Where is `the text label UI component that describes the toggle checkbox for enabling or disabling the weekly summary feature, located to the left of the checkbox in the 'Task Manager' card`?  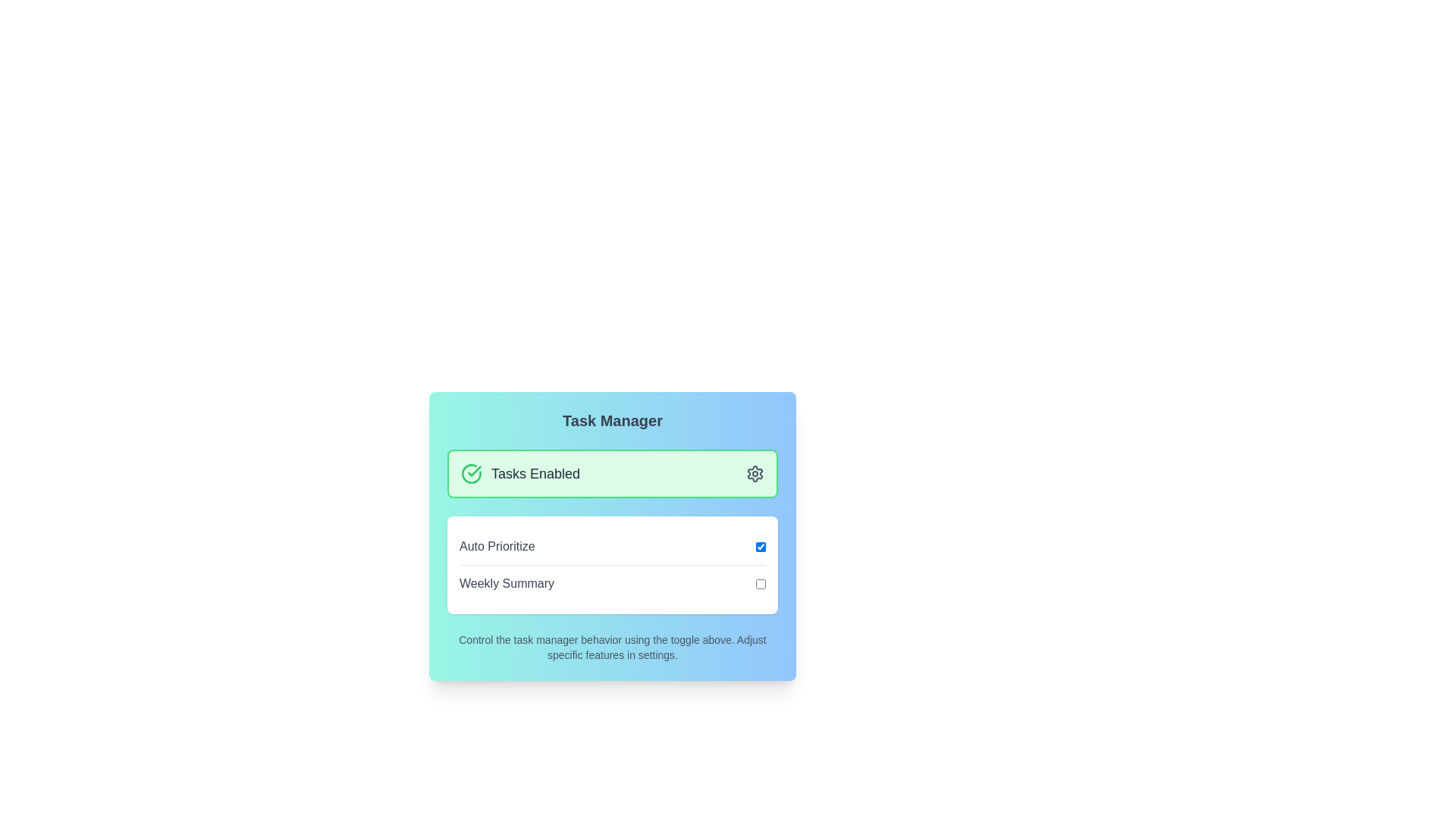
the text label UI component that describes the toggle checkbox for enabling or disabling the weekly summary feature, located to the left of the checkbox in the 'Task Manager' card is located at coordinates (507, 583).